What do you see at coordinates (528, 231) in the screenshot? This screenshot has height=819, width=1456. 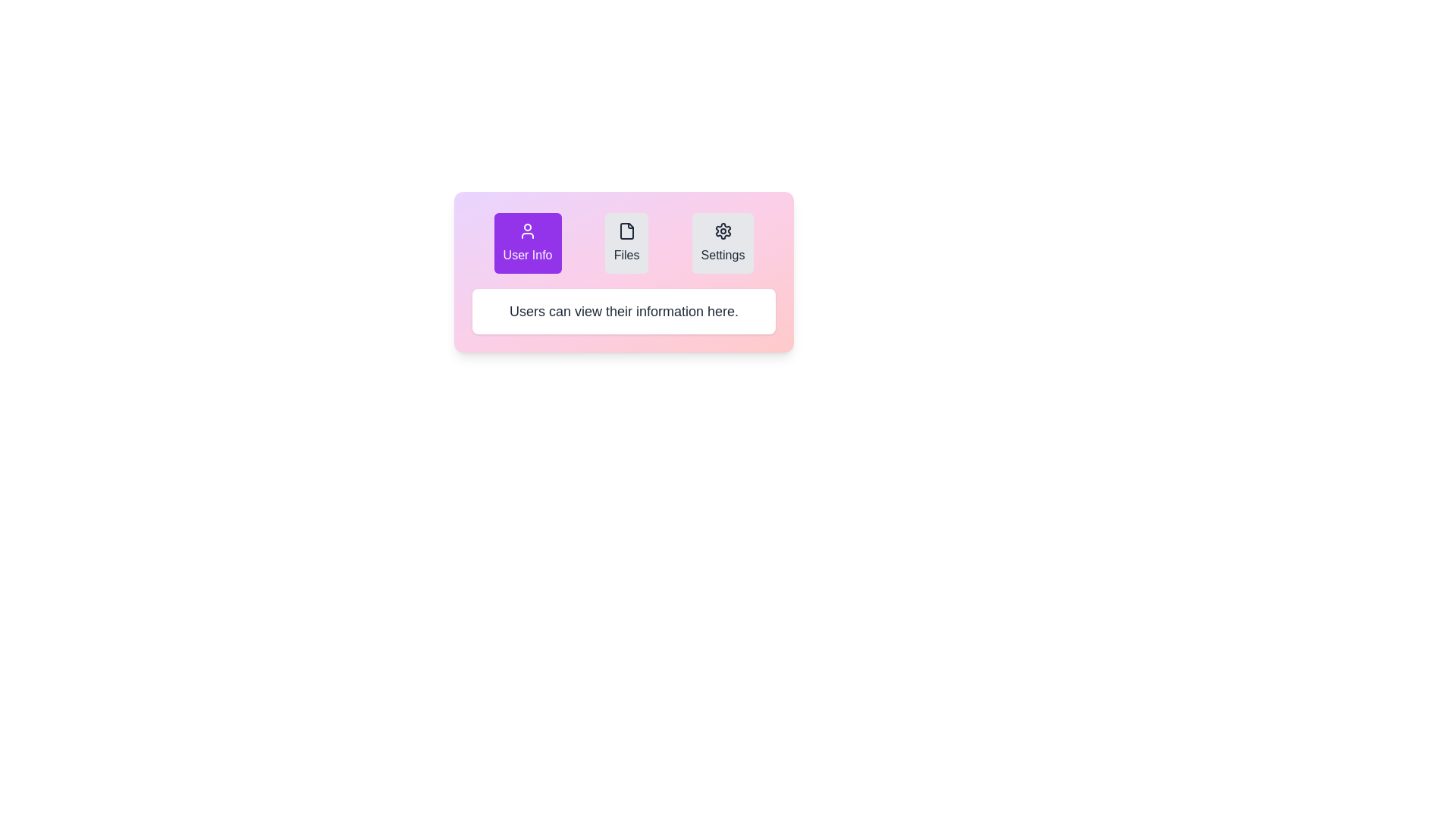 I see `the 'User Info' button, which is the purple button on the far left among three horizontally aligned buttons` at bounding box center [528, 231].